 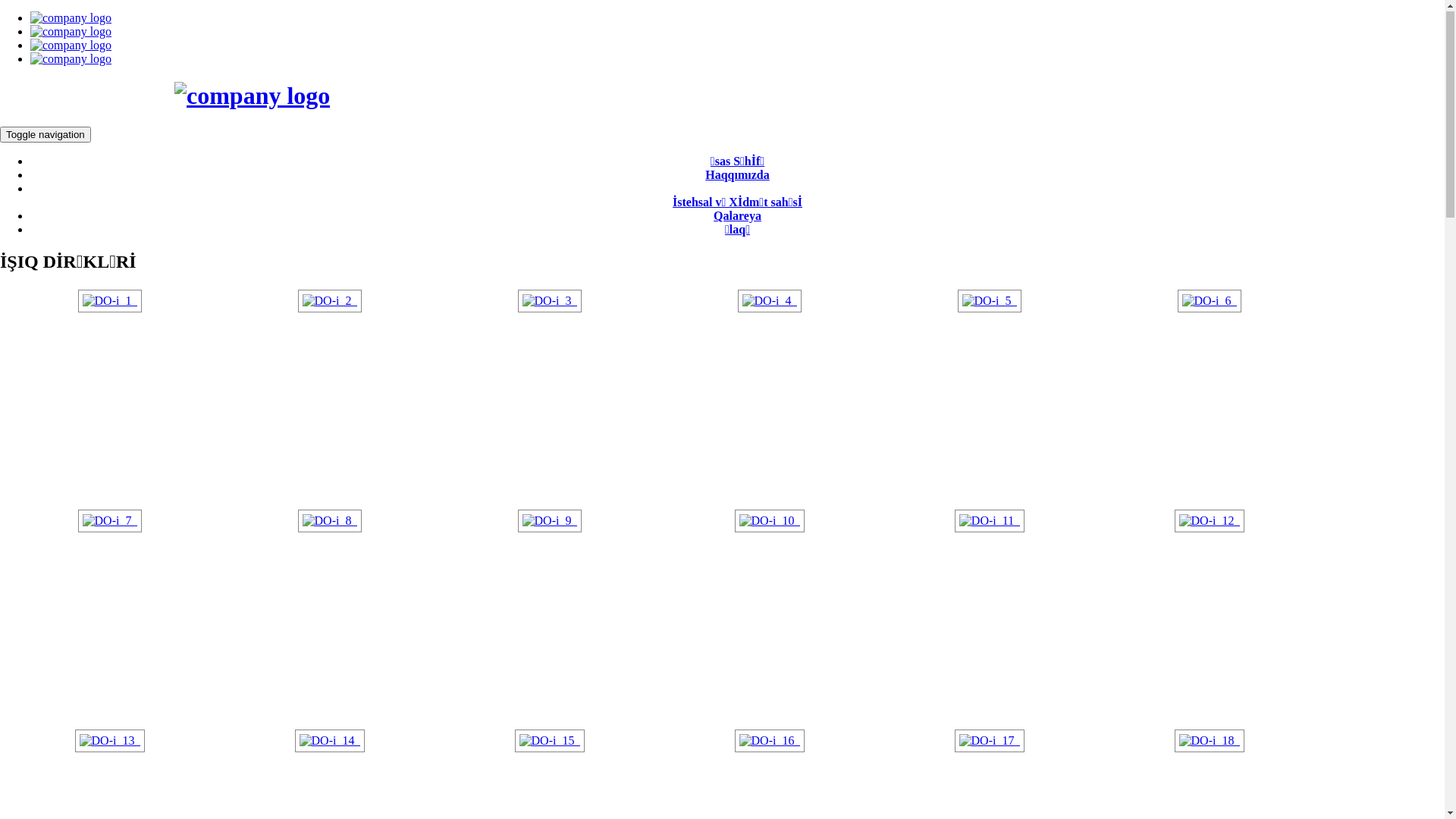 I want to click on 'DO-i_18_', so click(x=1209, y=740).